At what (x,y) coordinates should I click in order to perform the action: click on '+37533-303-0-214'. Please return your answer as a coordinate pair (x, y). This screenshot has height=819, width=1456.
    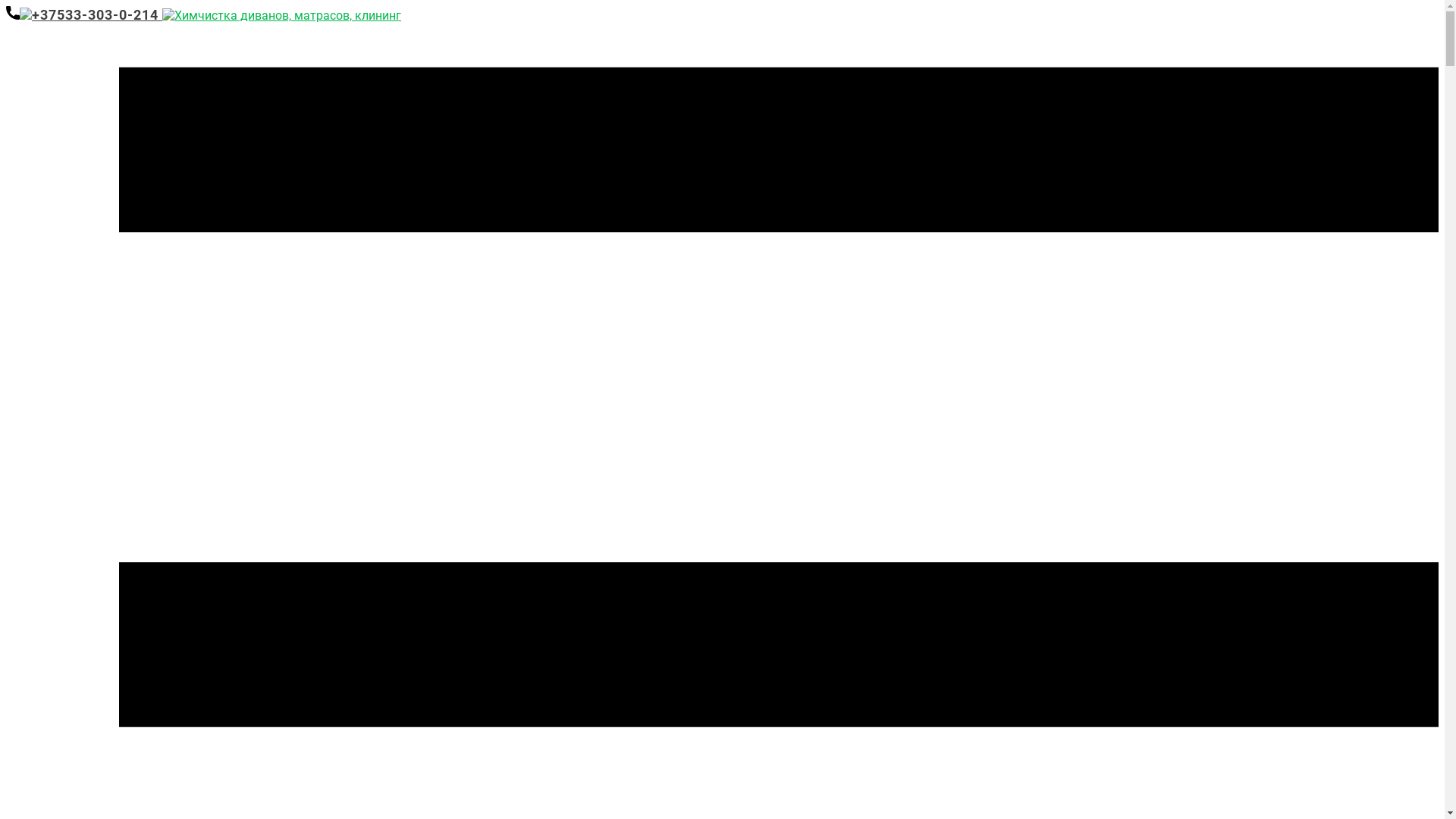
    Looking at the image, I should click on (83, 14).